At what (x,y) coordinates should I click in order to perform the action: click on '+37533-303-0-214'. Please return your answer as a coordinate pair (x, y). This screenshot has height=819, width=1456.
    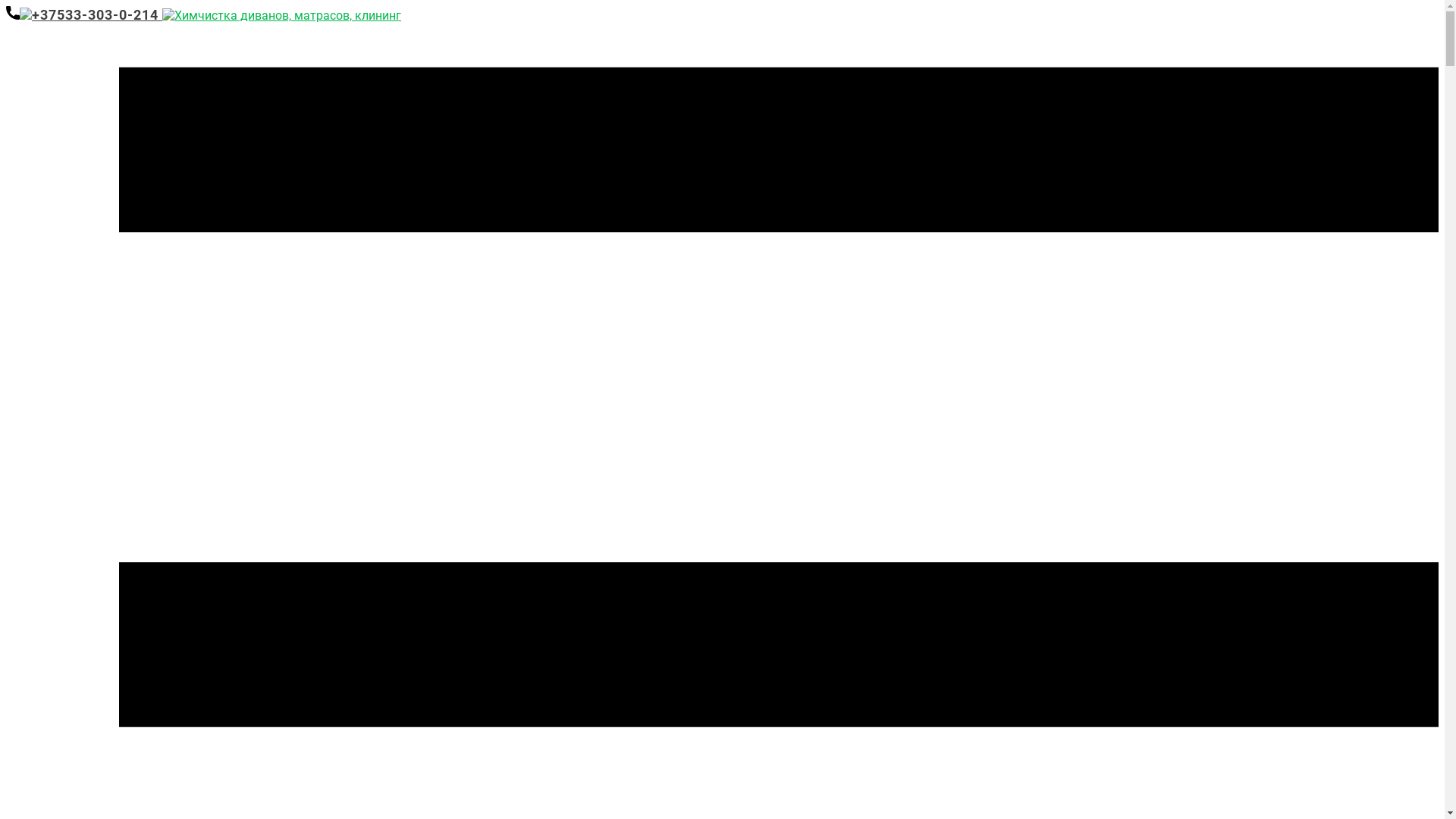
    Looking at the image, I should click on (83, 14).